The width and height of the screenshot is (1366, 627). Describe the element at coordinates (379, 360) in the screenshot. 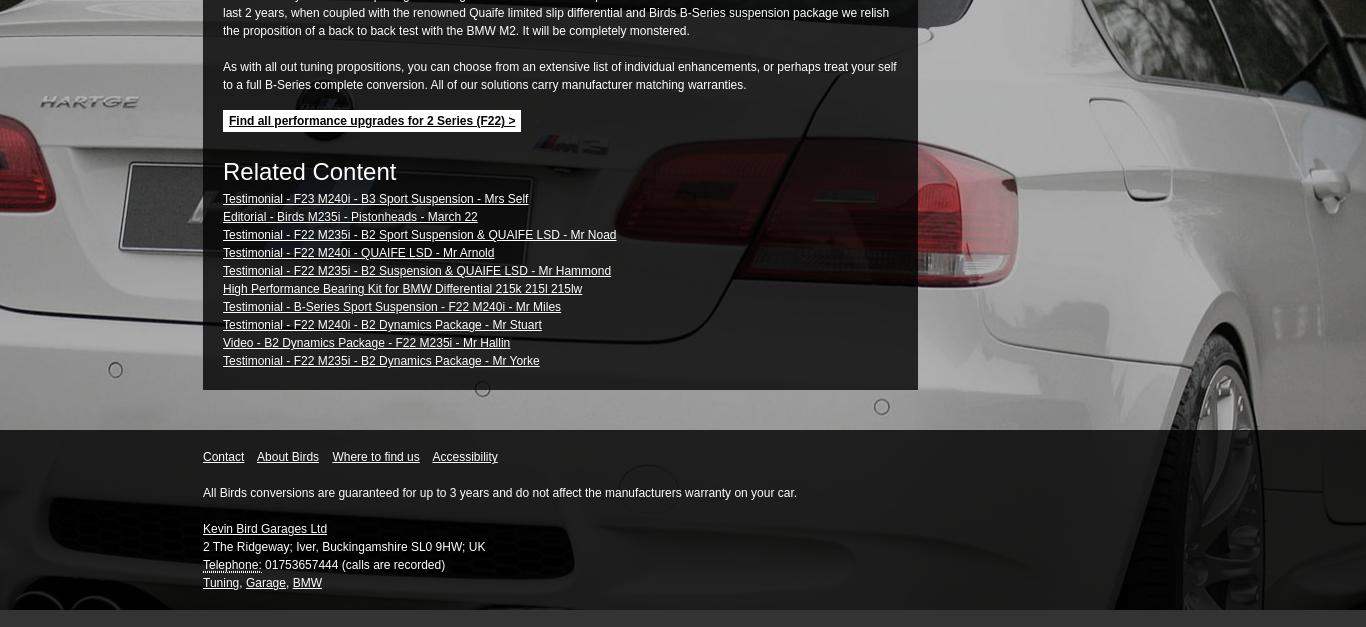

I see `'Testimonial - F22 M235i - B2 Dynamics Package - Mr Yorke'` at that location.